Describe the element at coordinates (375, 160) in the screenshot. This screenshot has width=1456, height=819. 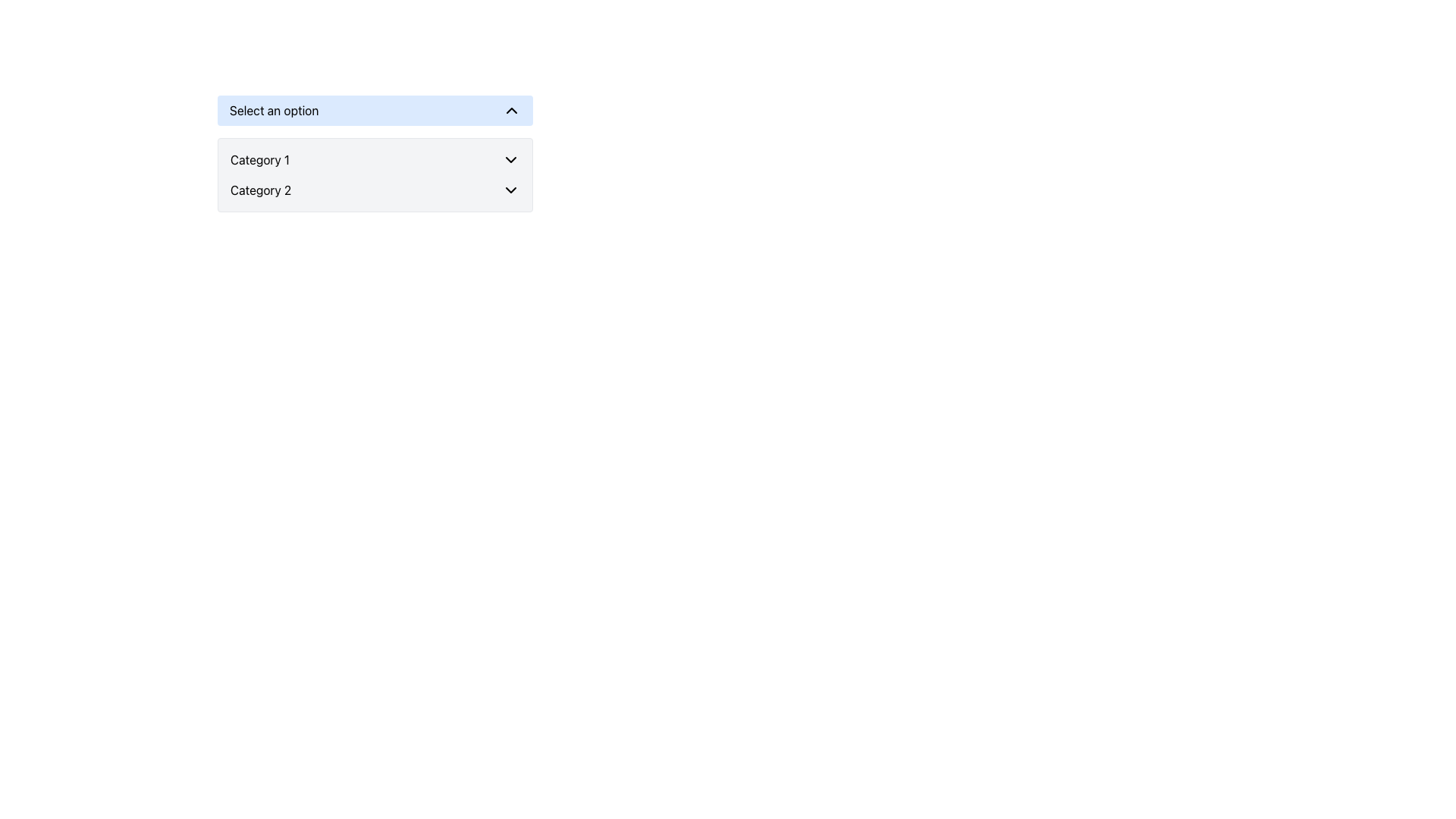
I see `the first entry in the dropdown options labeled 'Category 1'` at that location.